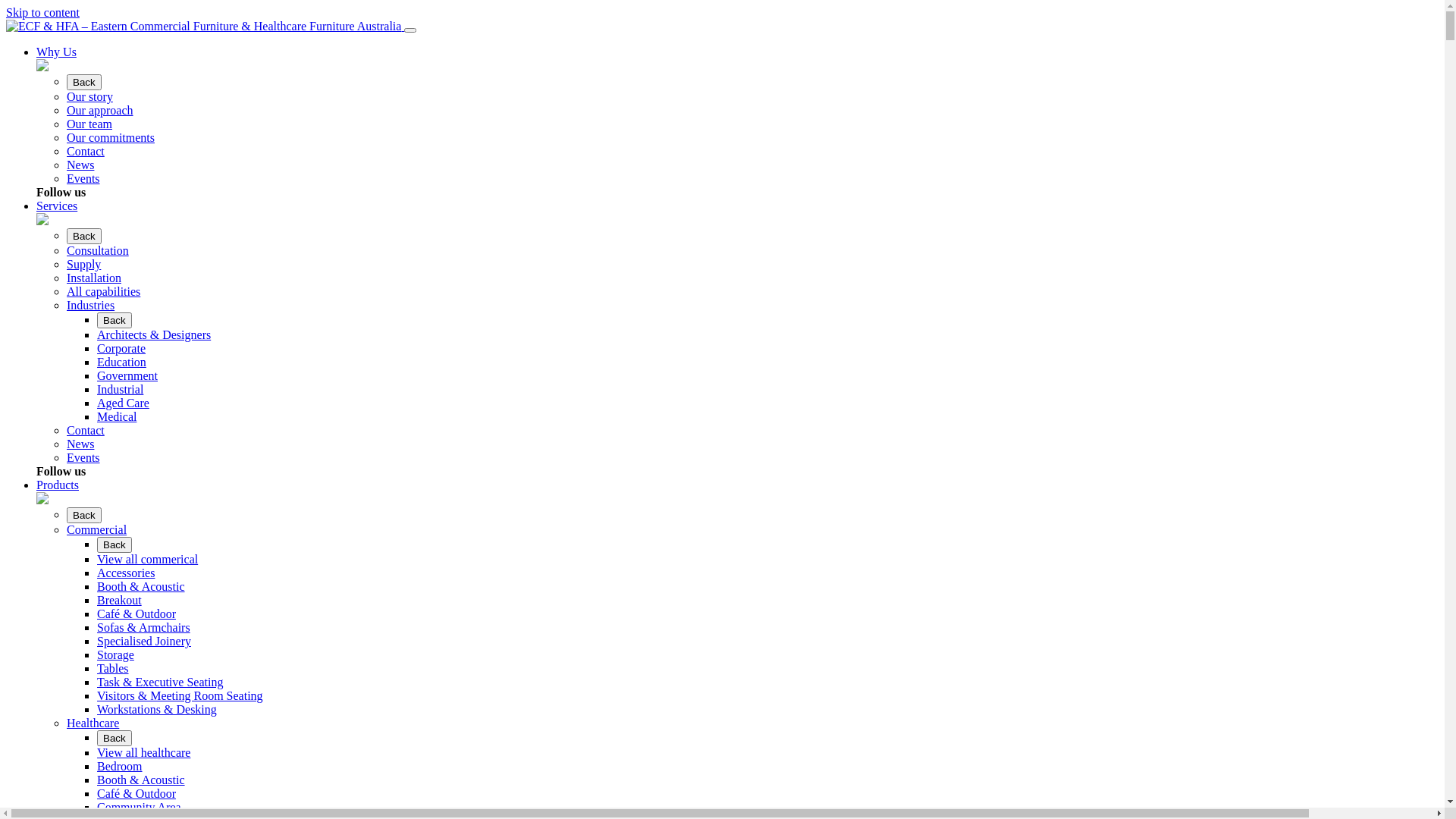  Describe the element at coordinates (141, 585) in the screenshot. I see `'Booth & Acoustic'` at that location.